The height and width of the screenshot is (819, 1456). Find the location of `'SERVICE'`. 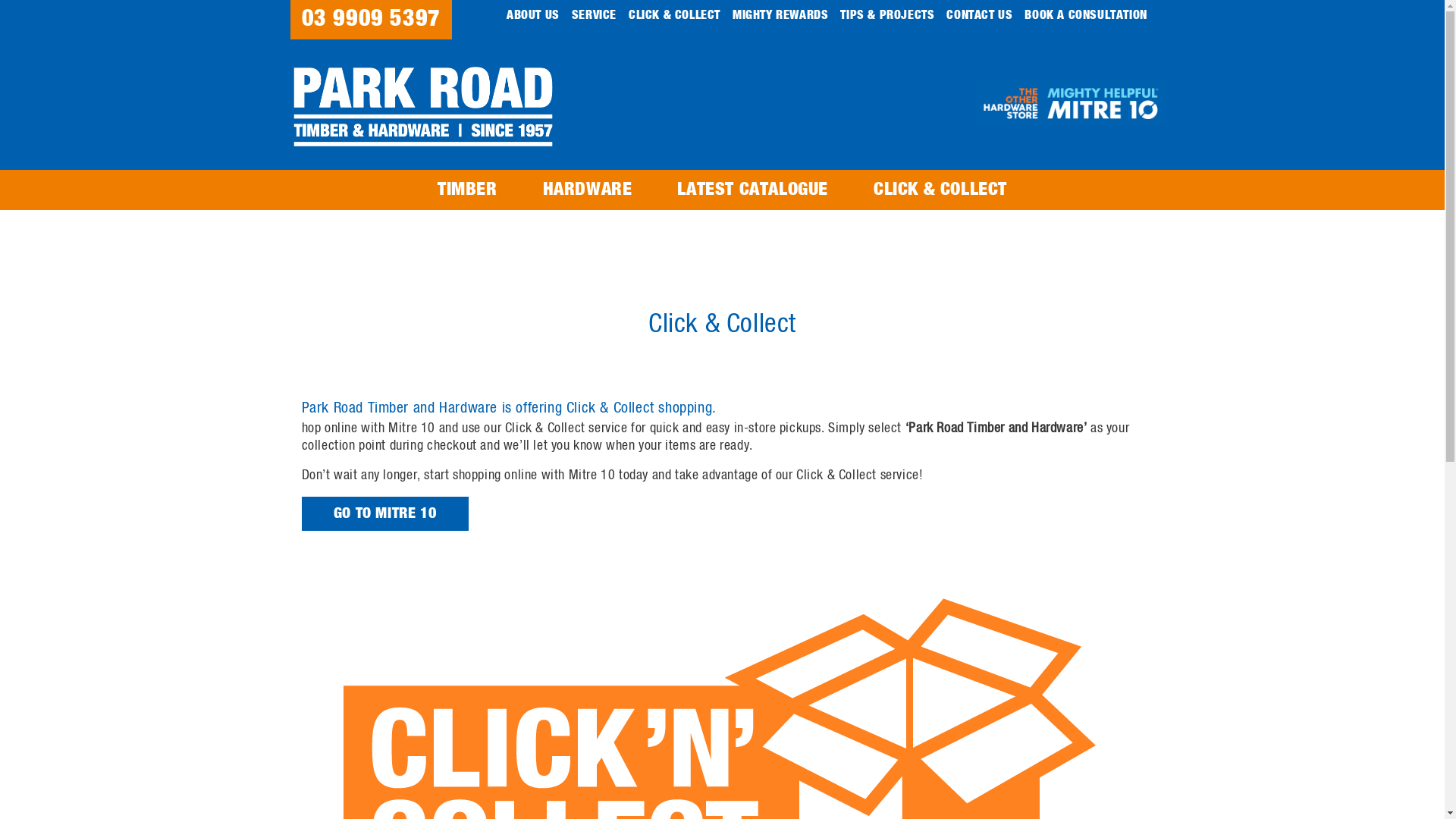

'SERVICE' is located at coordinates (593, 14).